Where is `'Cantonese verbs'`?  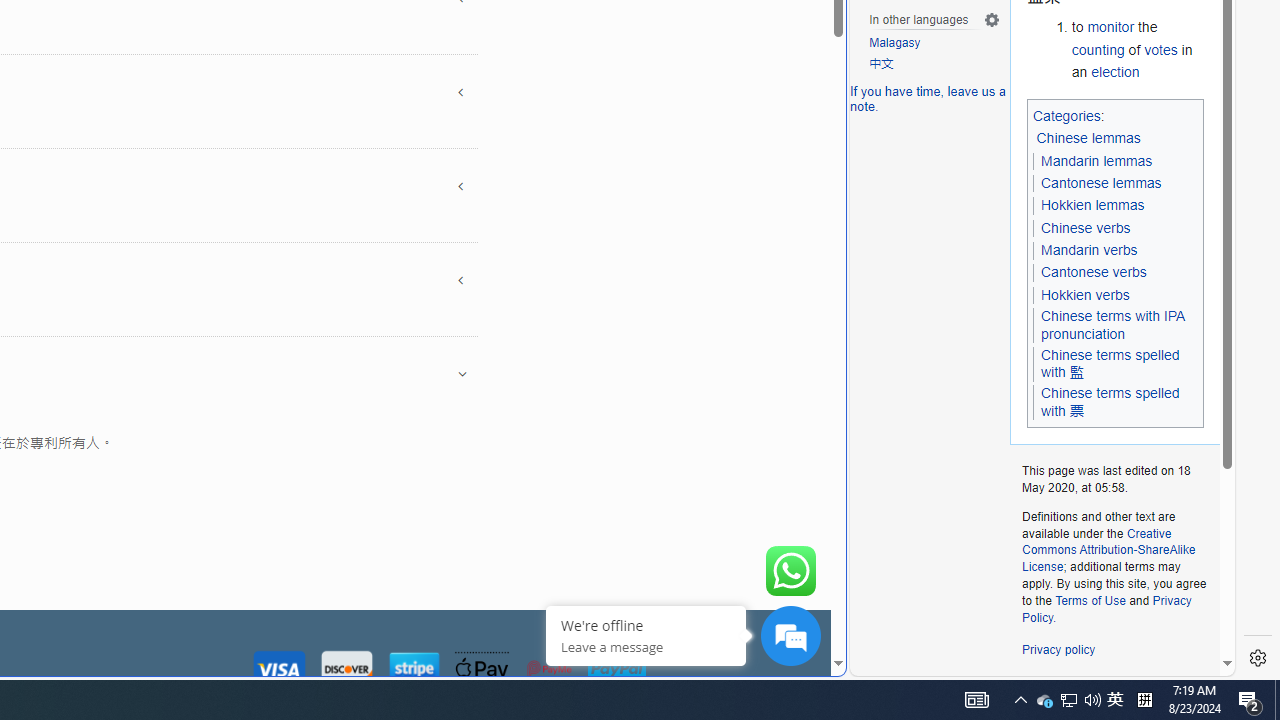
'Cantonese verbs' is located at coordinates (1092, 273).